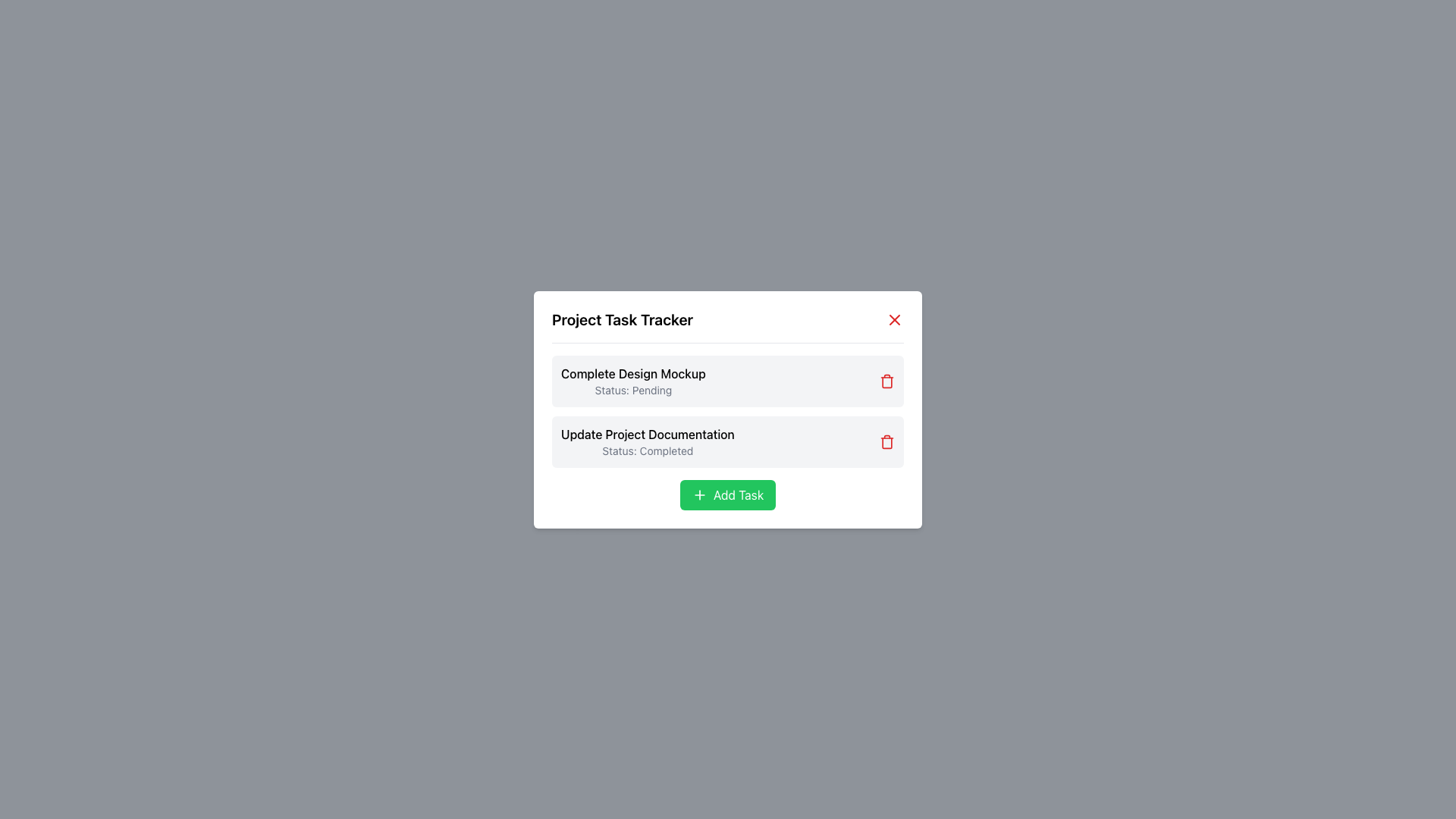 The height and width of the screenshot is (819, 1456). What do you see at coordinates (698, 494) in the screenshot?
I see `the '+' icon within the green 'Add Task' button located at the lower center of the 'Project Task Tracker' dialog interface` at bounding box center [698, 494].